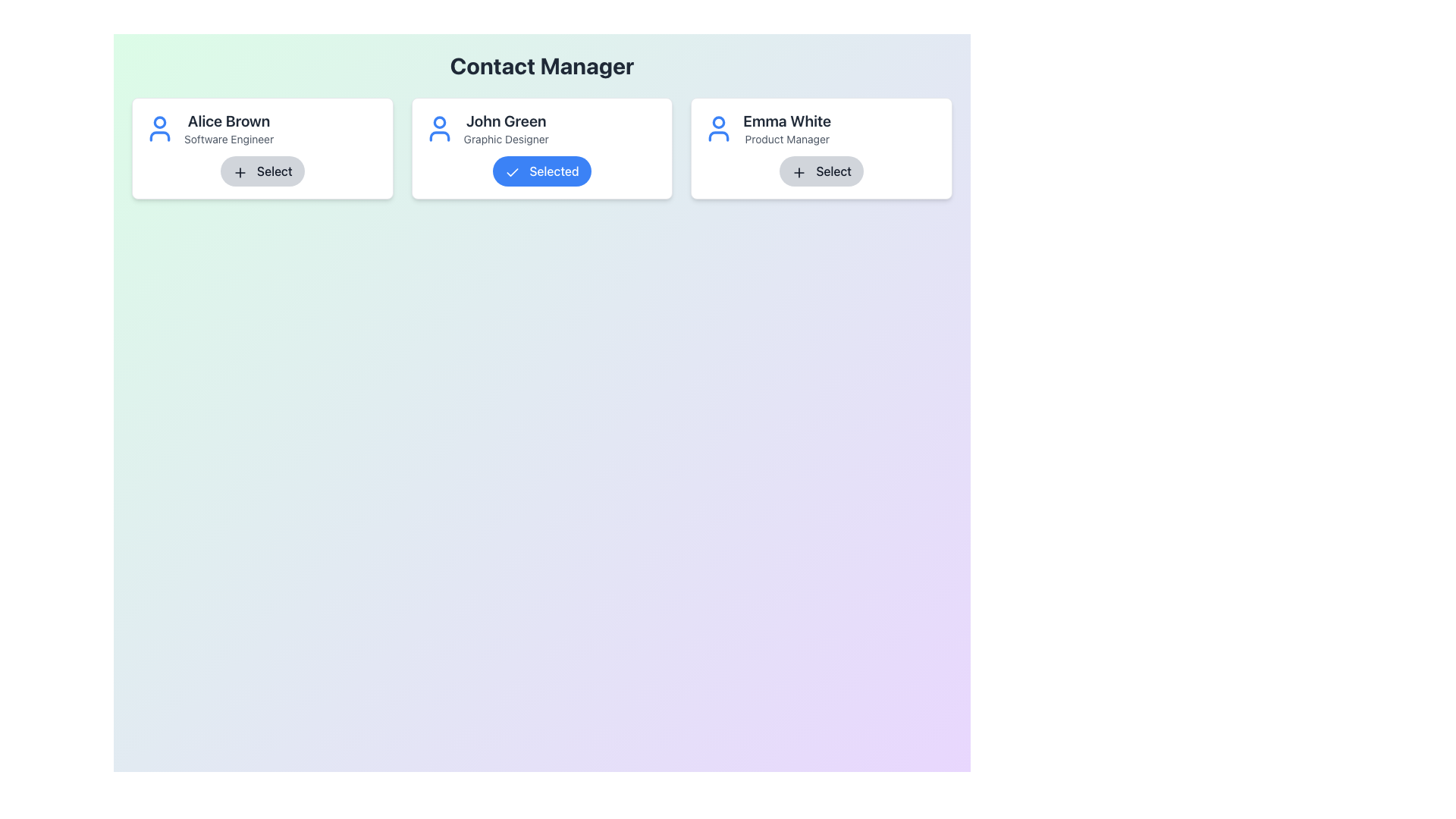 This screenshot has width=1456, height=819. Describe the element at coordinates (718, 127) in the screenshot. I see `the user profile icon representing 'Emma White', located in the upper section of the card labeled with her name and title, positioned on the far-right card in a three-card layout` at that location.